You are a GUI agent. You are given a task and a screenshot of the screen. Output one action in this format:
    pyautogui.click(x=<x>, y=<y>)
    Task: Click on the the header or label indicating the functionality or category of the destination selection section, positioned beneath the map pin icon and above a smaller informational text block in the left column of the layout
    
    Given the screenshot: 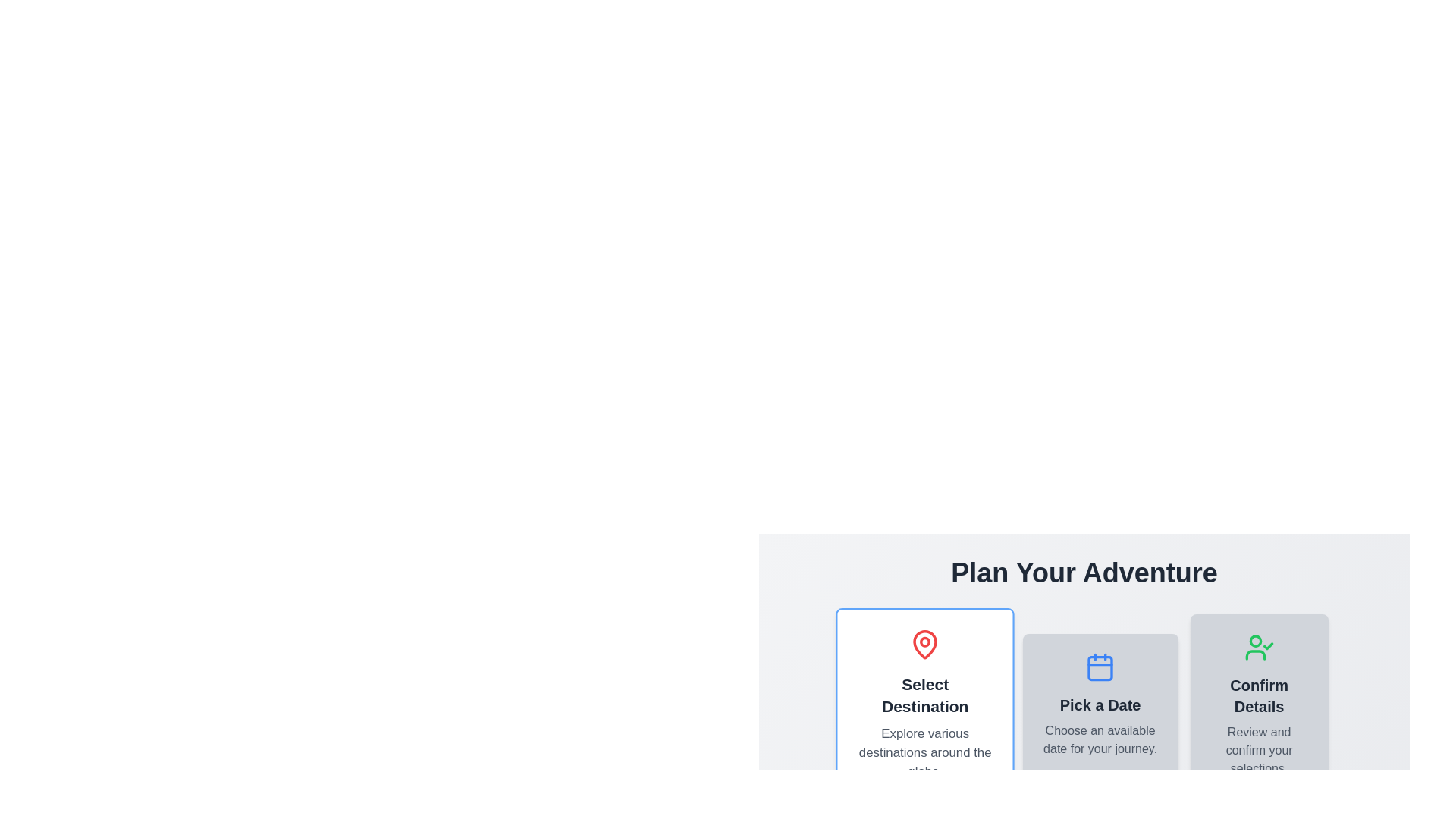 What is the action you would take?
    pyautogui.click(x=924, y=695)
    